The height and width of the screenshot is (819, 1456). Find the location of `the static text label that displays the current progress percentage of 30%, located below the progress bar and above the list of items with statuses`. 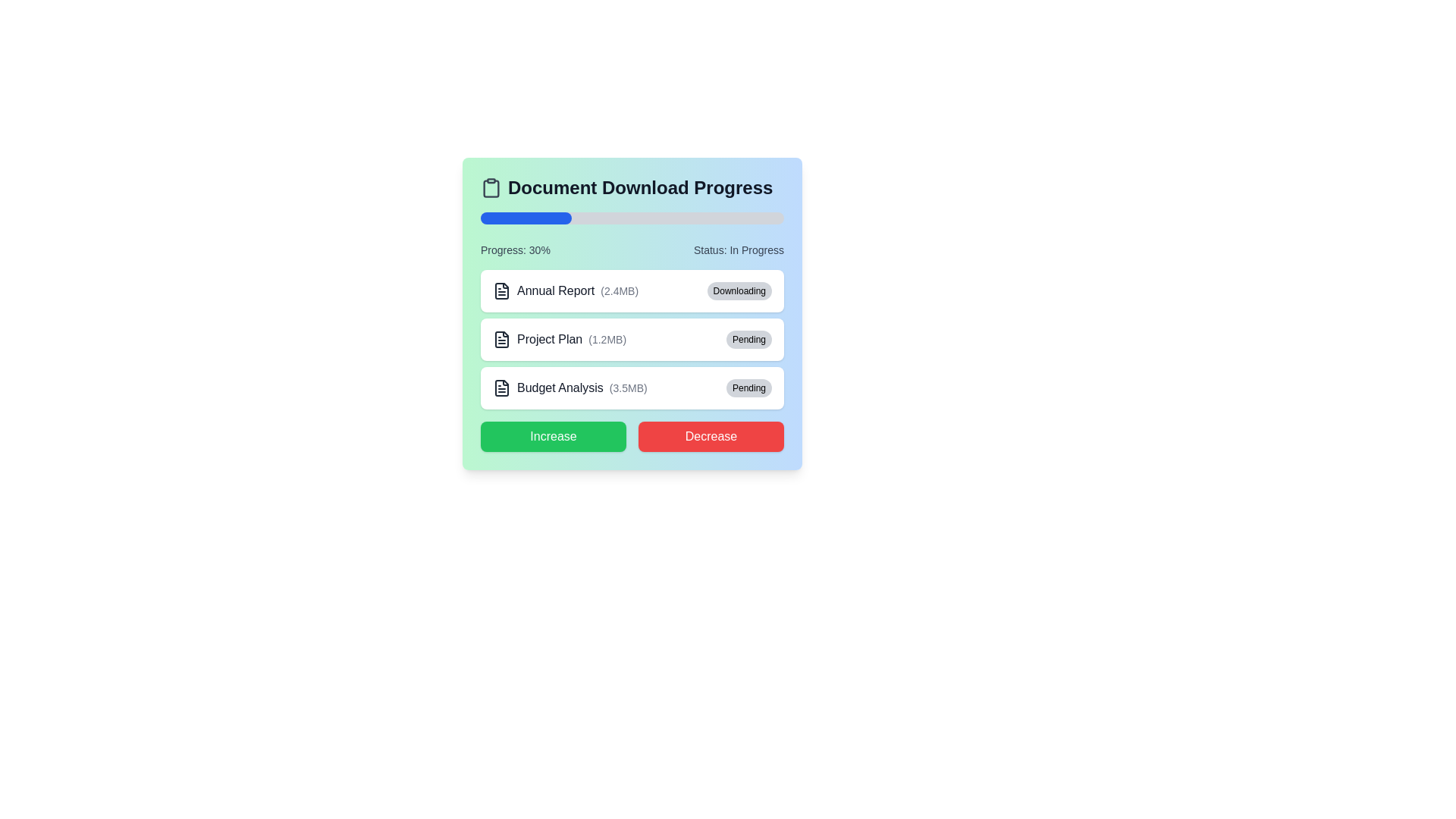

the static text label that displays the current progress percentage of 30%, located below the progress bar and above the list of items with statuses is located at coordinates (515, 249).